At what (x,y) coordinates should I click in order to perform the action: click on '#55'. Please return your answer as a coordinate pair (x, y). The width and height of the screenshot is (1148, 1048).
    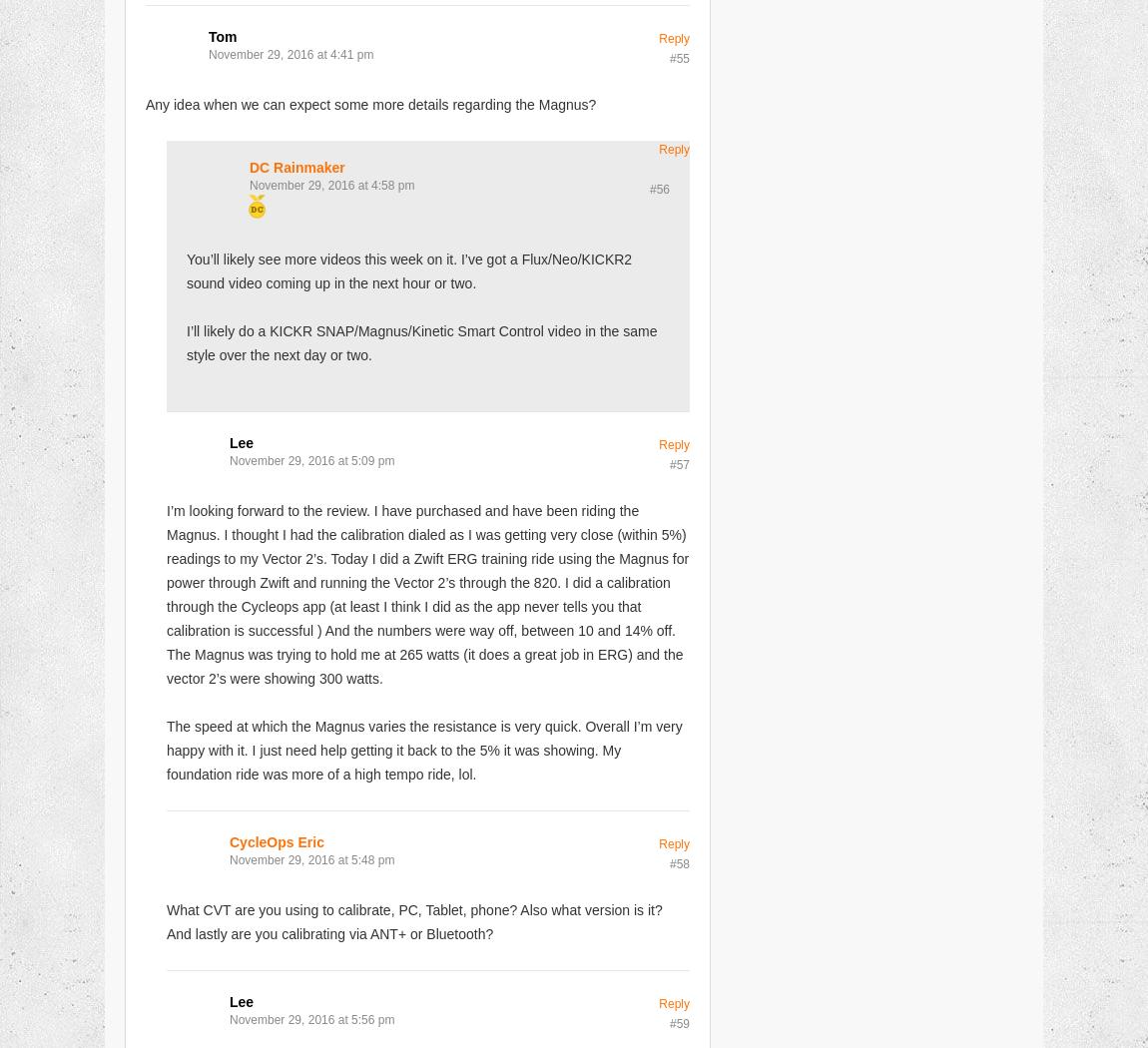
    Looking at the image, I should click on (678, 56).